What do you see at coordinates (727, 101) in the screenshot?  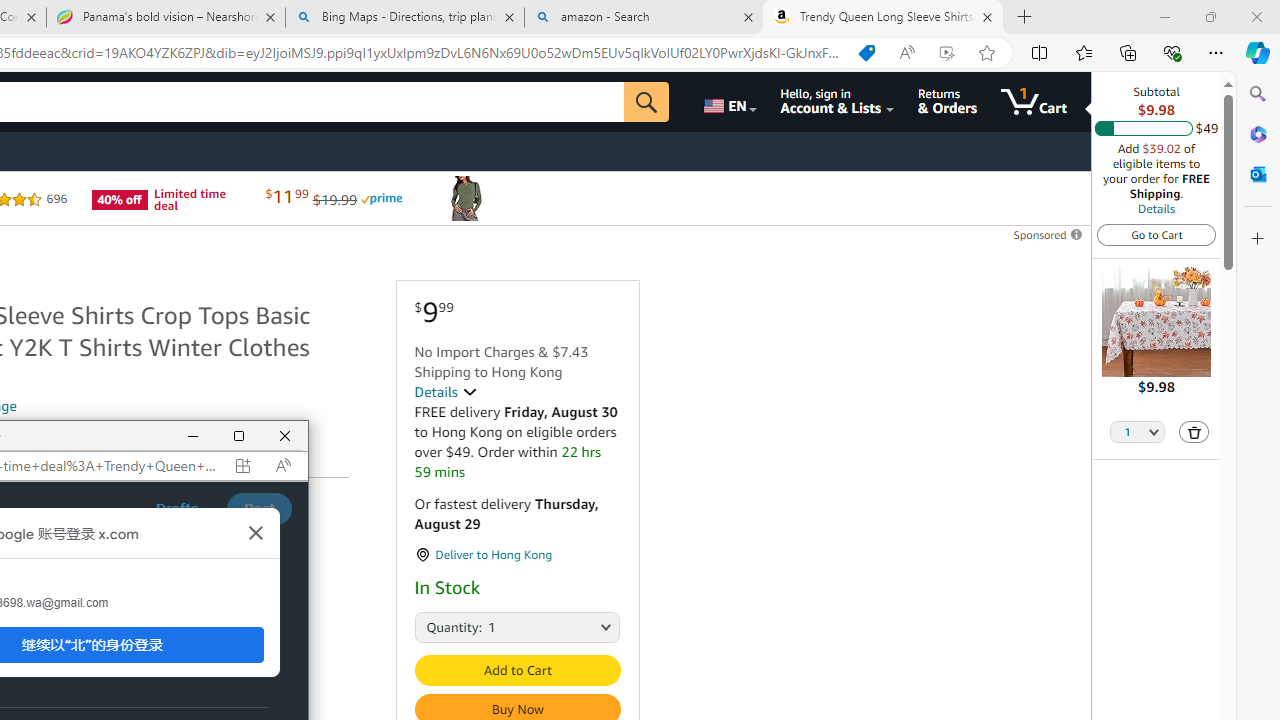 I see `'Choose a language for shopping.'` at bounding box center [727, 101].